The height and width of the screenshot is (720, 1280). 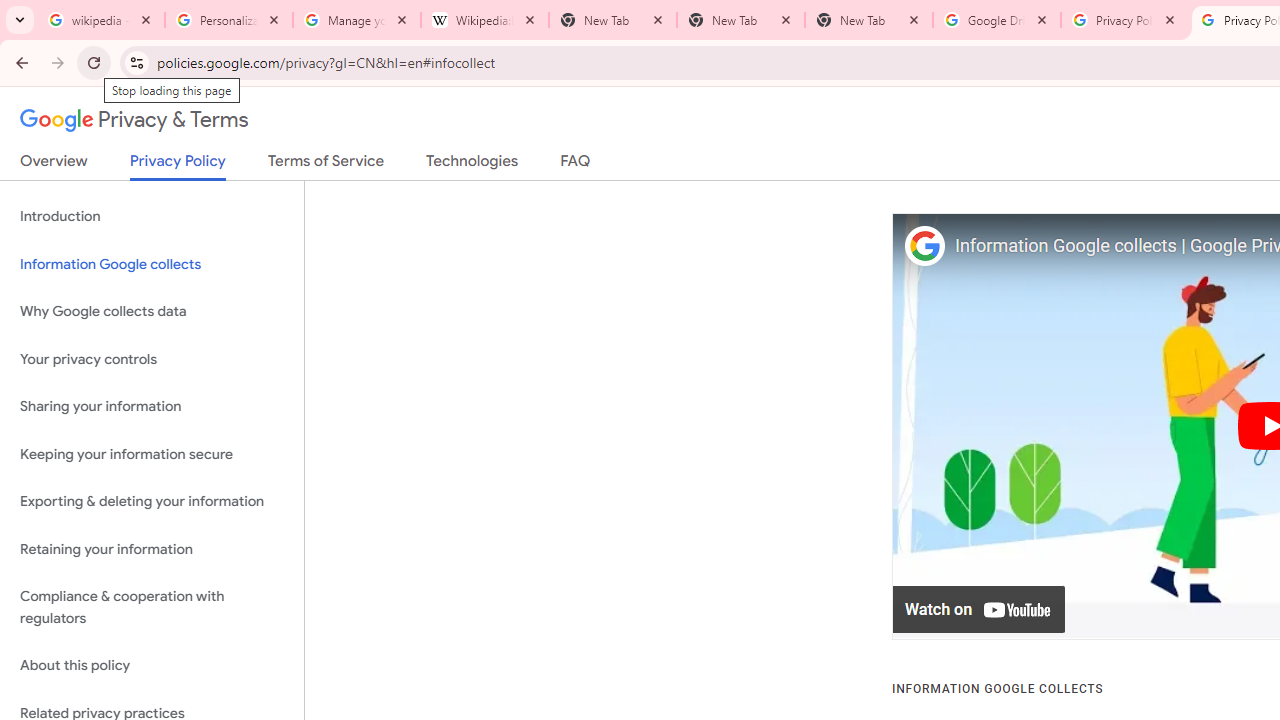 What do you see at coordinates (135, 61) in the screenshot?
I see `'View site information'` at bounding box center [135, 61].